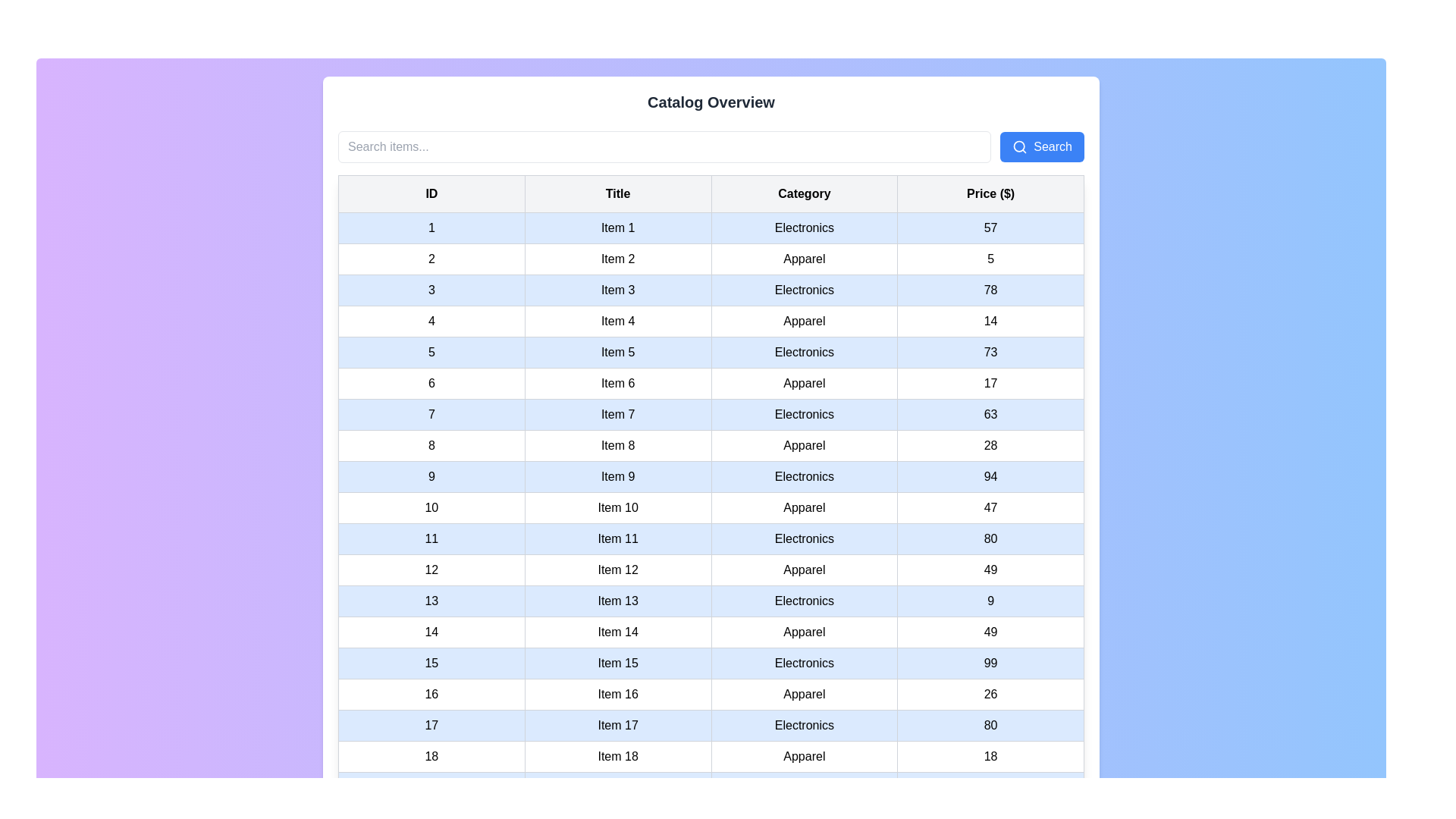 The width and height of the screenshot is (1456, 819). What do you see at coordinates (803, 227) in the screenshot?
I see `the Text label in the third column of the first data row in the table that indicates the category information` at bounding box center [803, 227].